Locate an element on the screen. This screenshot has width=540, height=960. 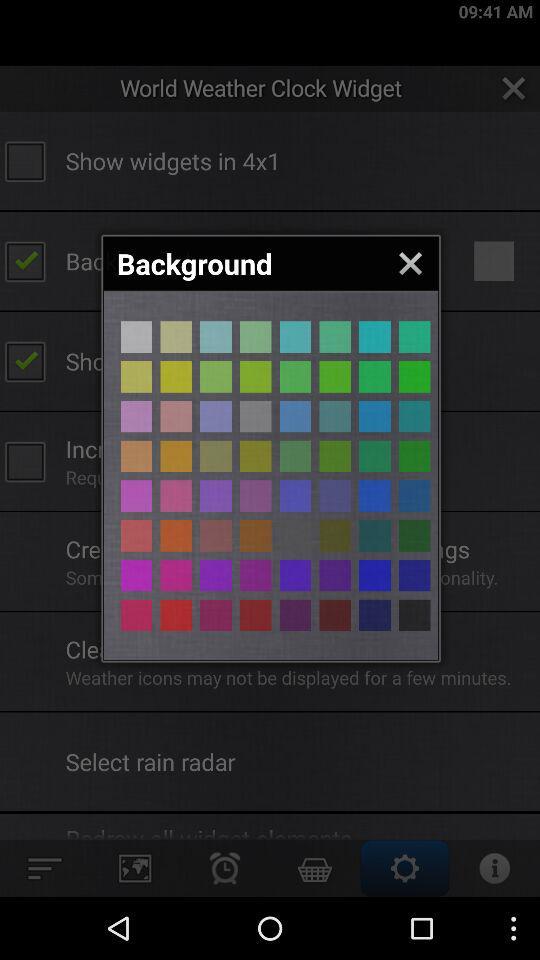
navy background color is located at coordinates (374, 575).